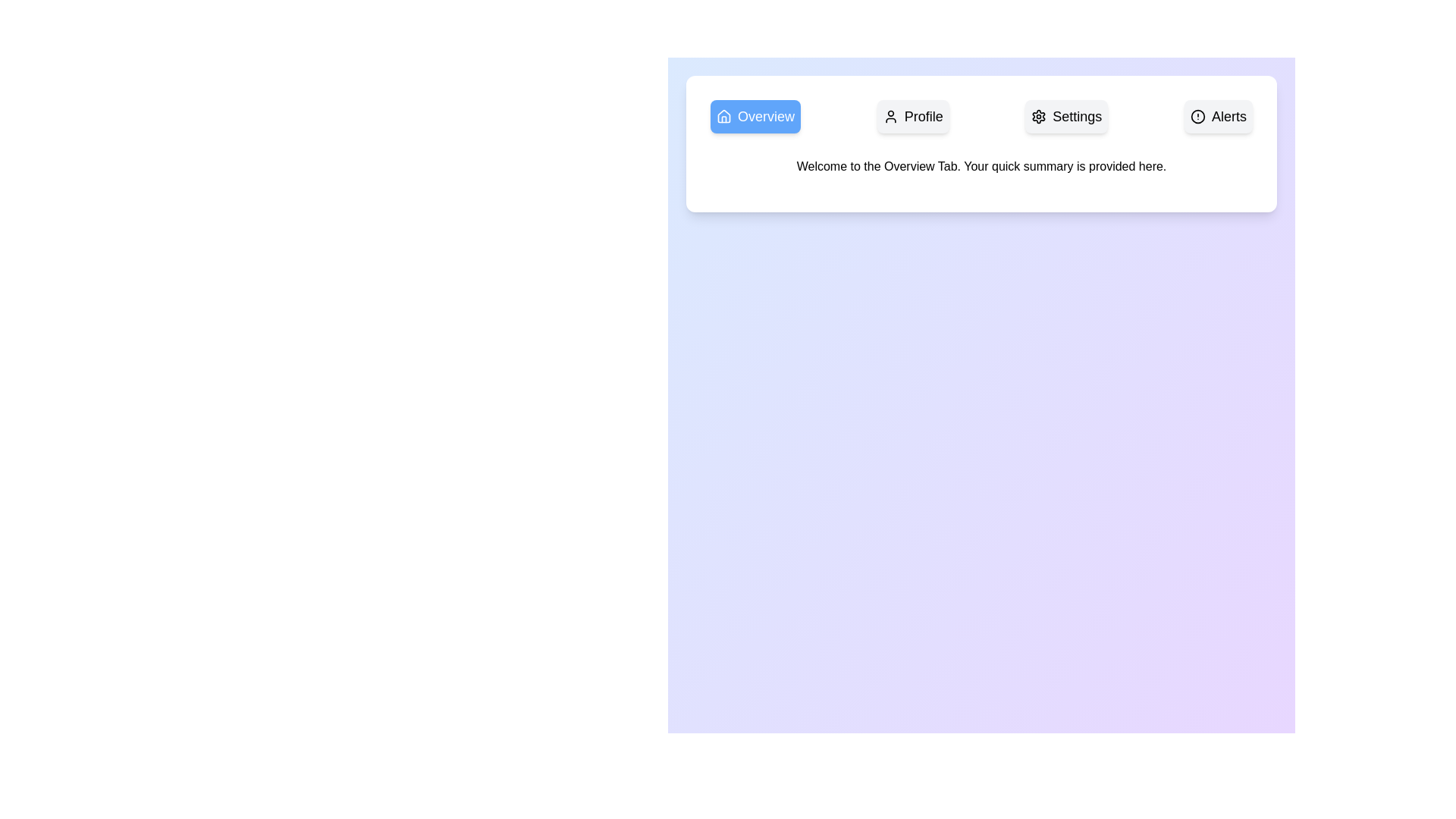 Image resolution: width=1456 pixels, height=819 pixels. What do you see at coordinates (1219, 116) in the screenshot?
I see `the 'Alerts' button, which has rounded corners, a light-gray background, an icon of a circle with an exclamation mark, and bold black text` at bounding box center [1219, 116].